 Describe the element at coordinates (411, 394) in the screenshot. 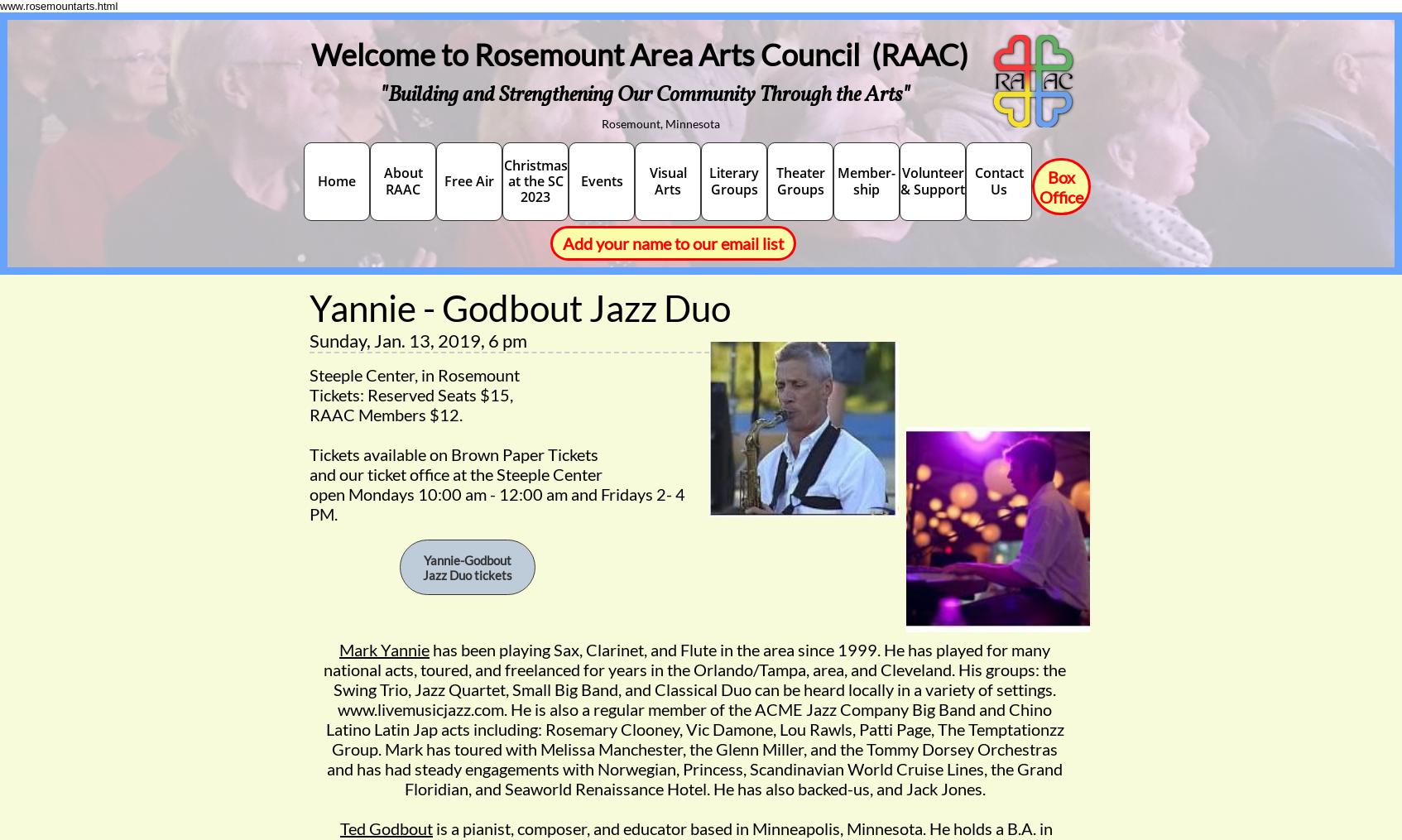

I see `'Tickets: Reserved Seats $15,'` at that location.